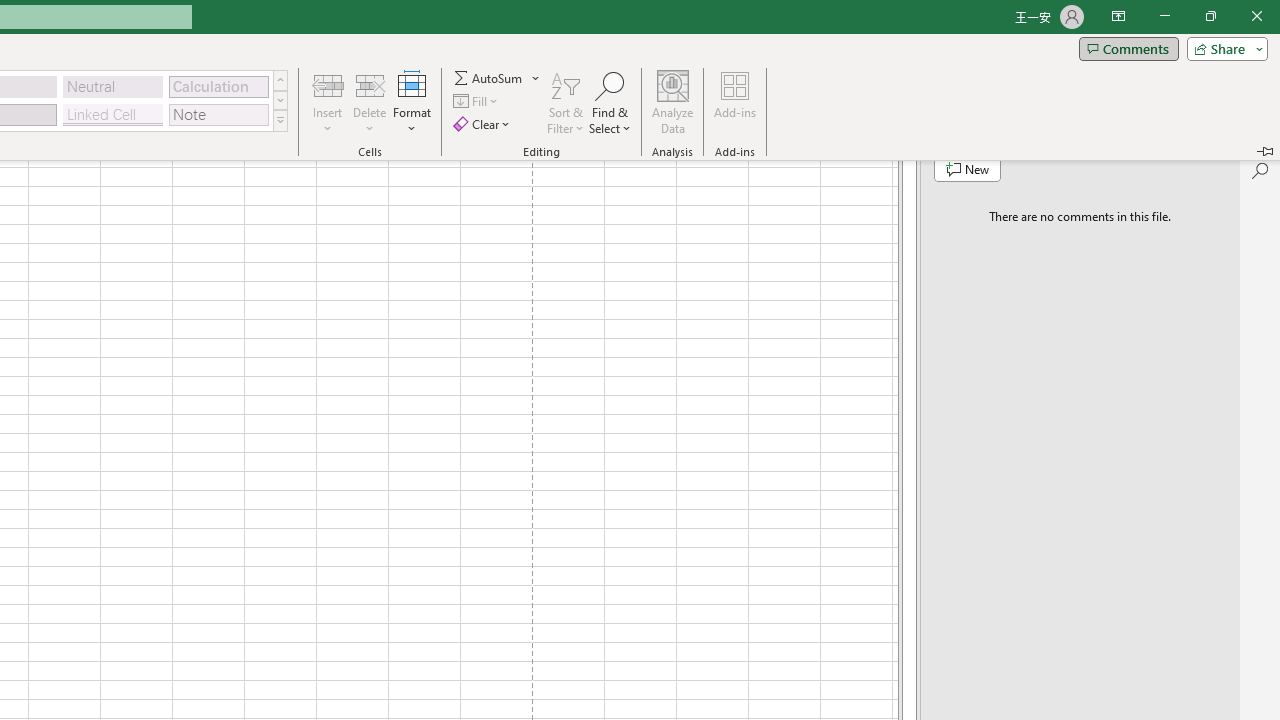 Image resolution: width=1280 pixels, height=720 pixels. I want to click on 'Minimize', so click(1164, 16).